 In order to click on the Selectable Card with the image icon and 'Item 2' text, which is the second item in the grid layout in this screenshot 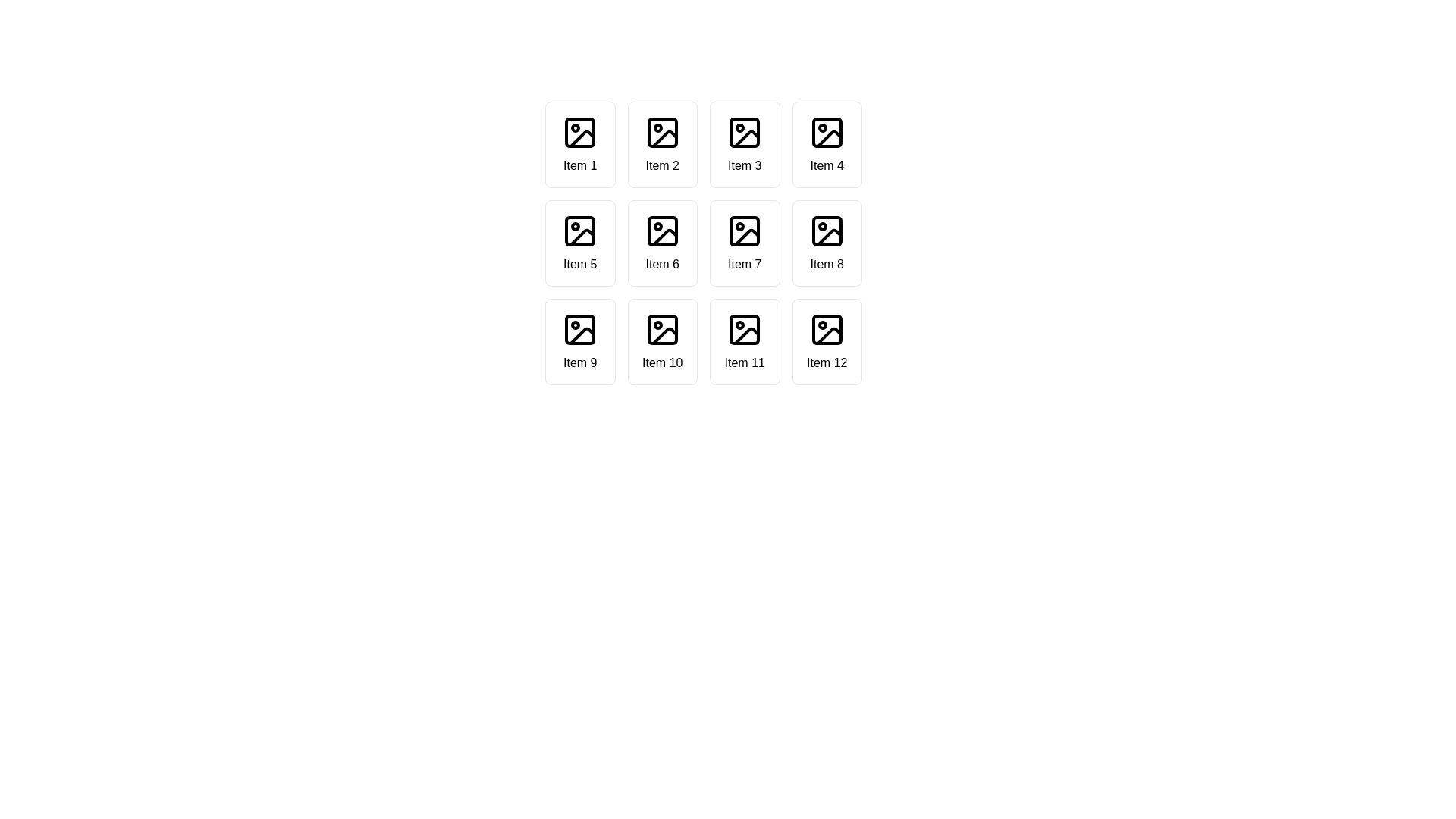, I will do `click(662, 145)`.